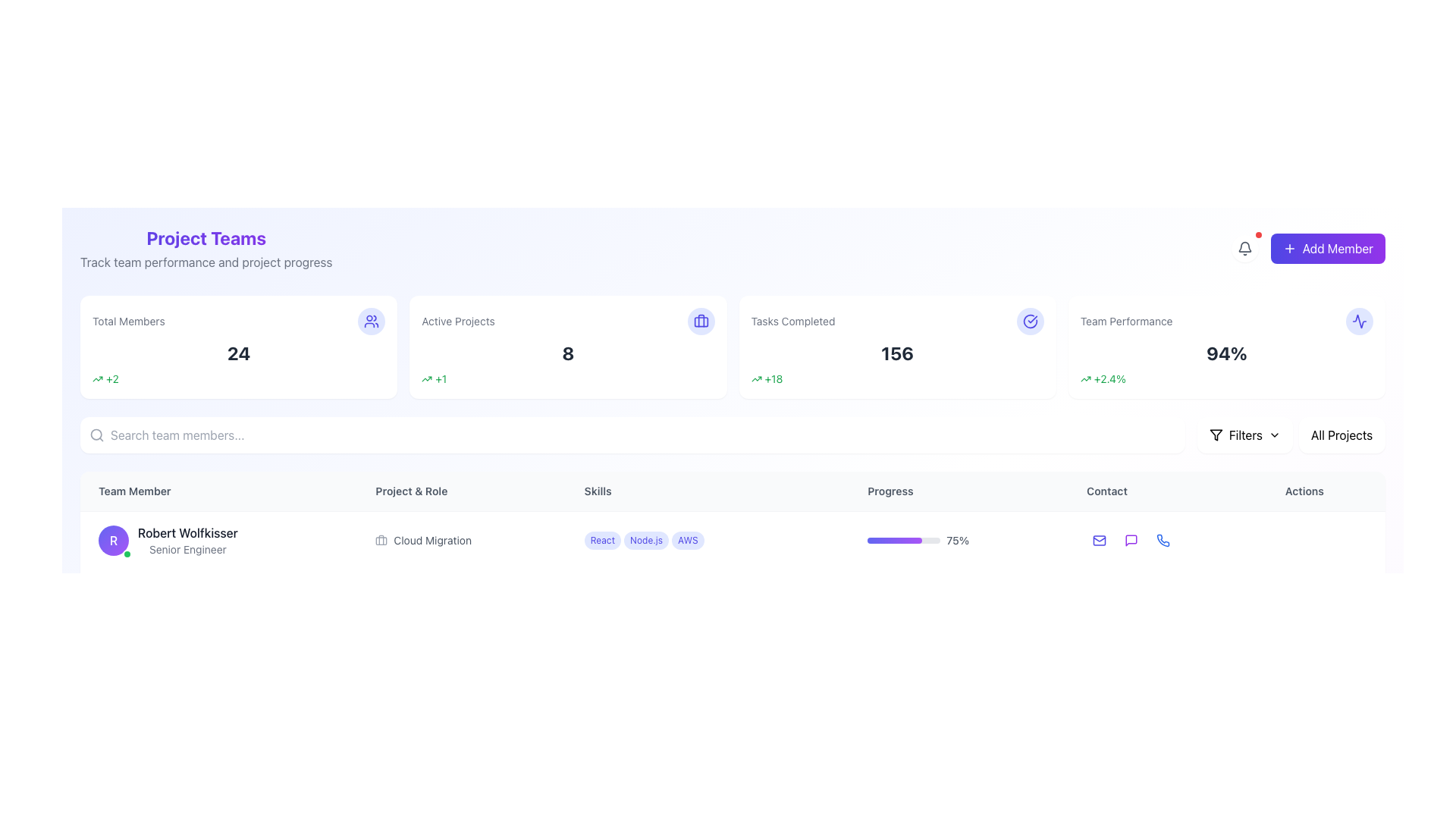 Image resolution: width=1456 pixels, height=819 pixels. Describe the element at coordinates (96, 435) in the screenshot. I see `the circular lens of the magnifying glass design within the search icon located at the left edge of the search bar` at that location.